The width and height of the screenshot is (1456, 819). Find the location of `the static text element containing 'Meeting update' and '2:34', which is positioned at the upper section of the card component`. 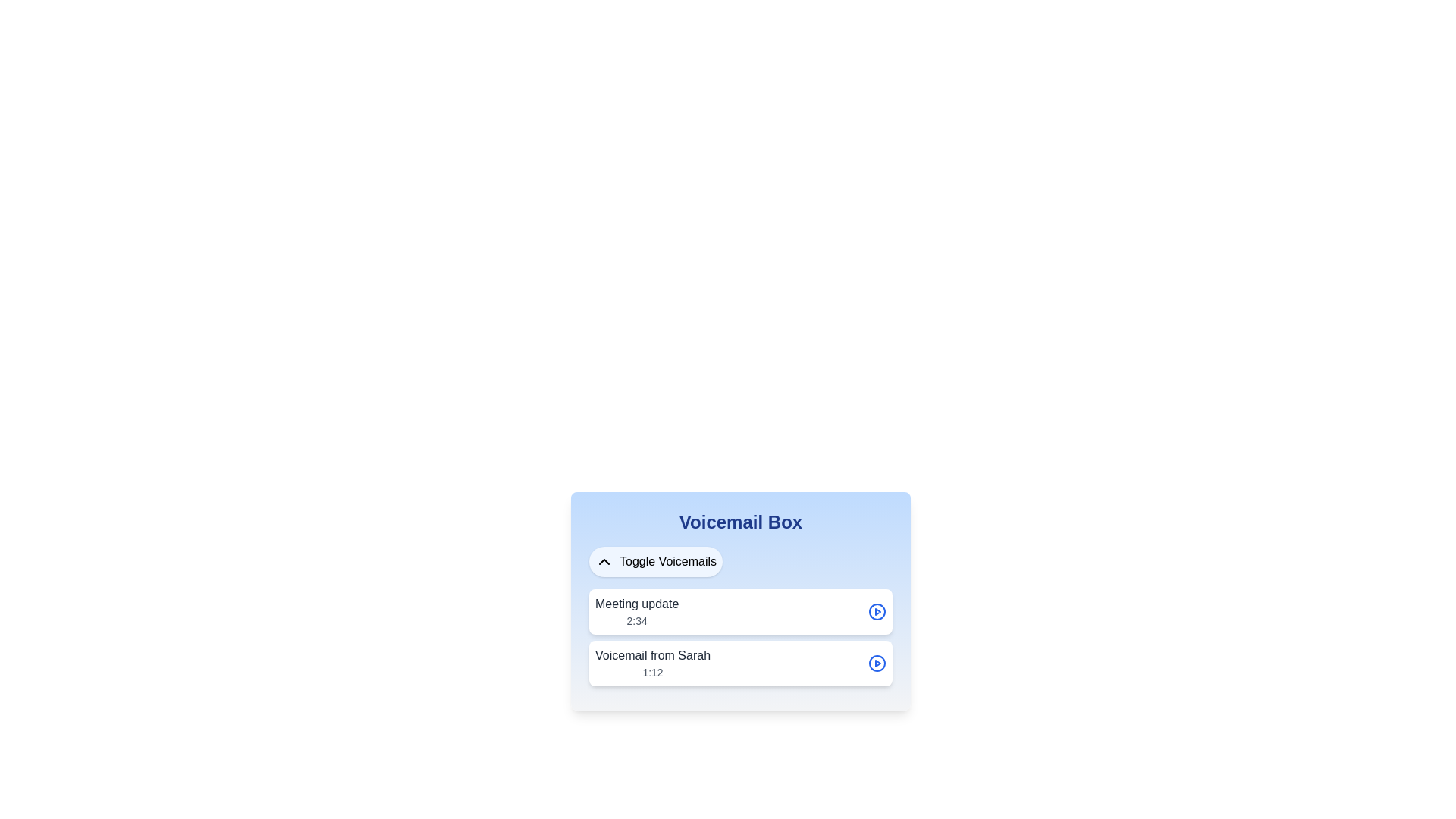

the static text element containing 'Meeting update' and '2:34', which is positioned at the upper section of the card component is located at coordinates (637, 610).